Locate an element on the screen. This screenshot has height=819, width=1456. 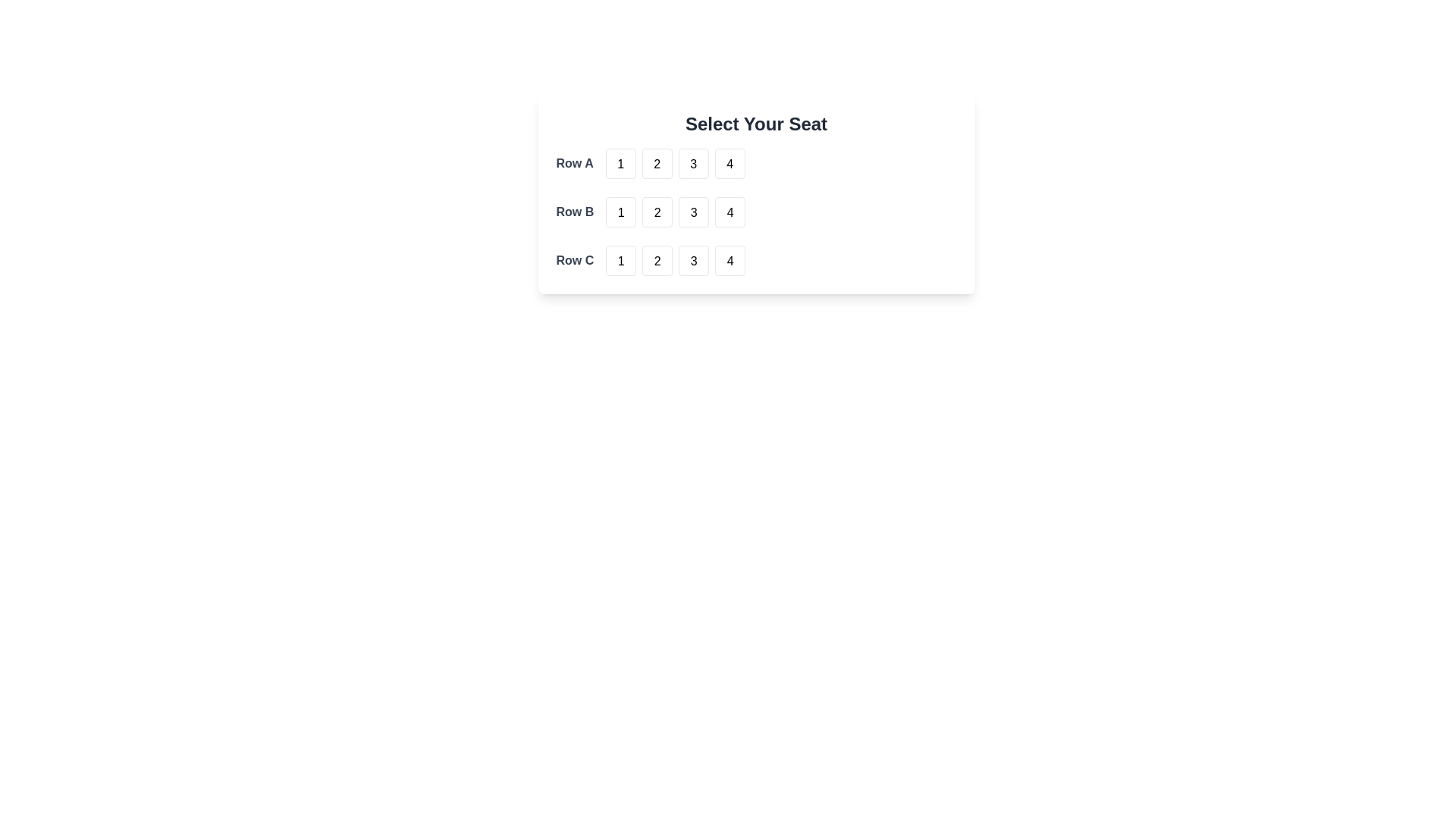
the square button with the number '2' in the center, located in 'Row B' between buttons '1' and '3' is located at coordinates (657, 212).